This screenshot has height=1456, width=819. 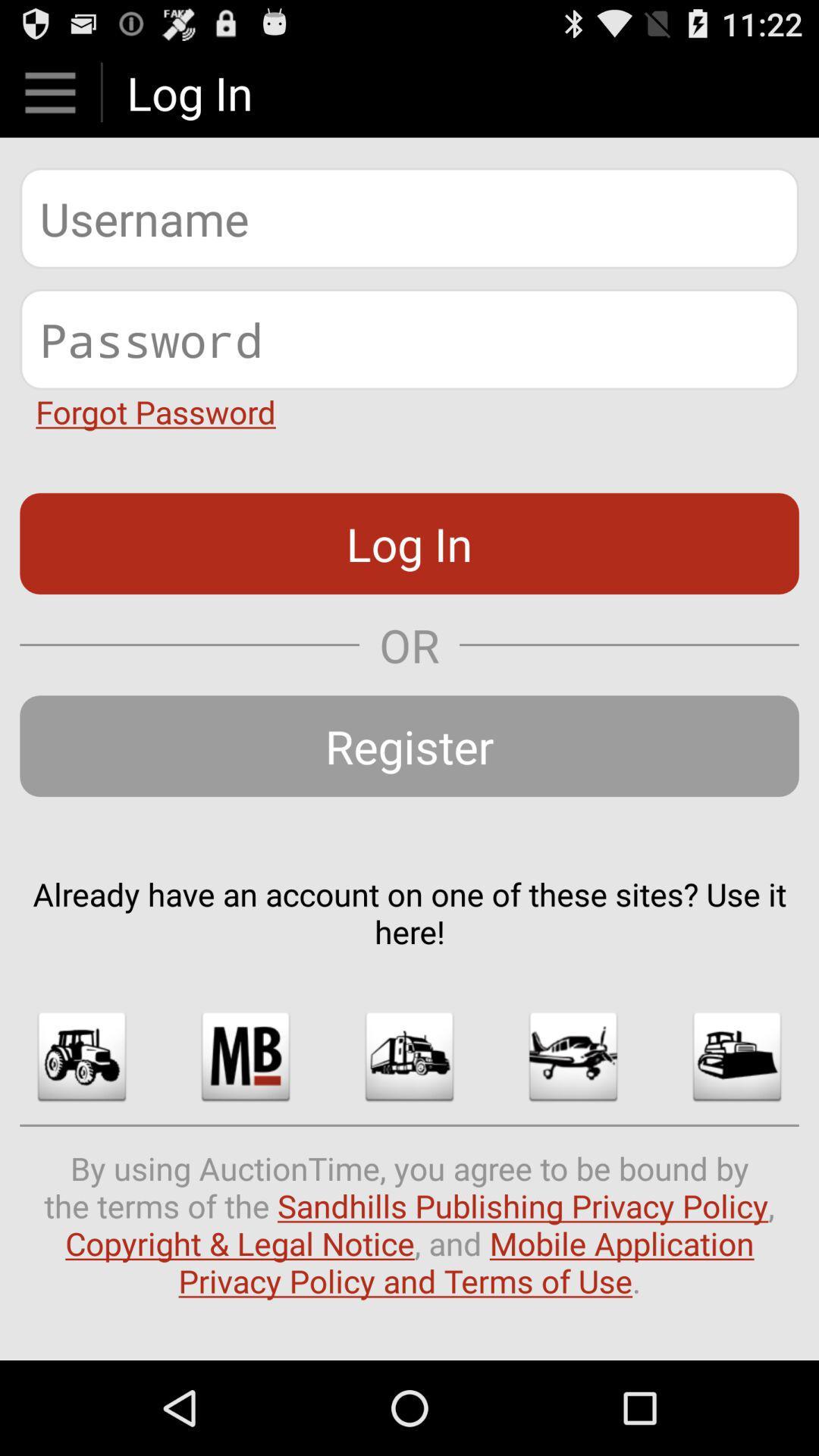 What do you see at coordinates (155, 411) in the screenshot?
I see `the item above log in button` at bounding box center [155, 411].